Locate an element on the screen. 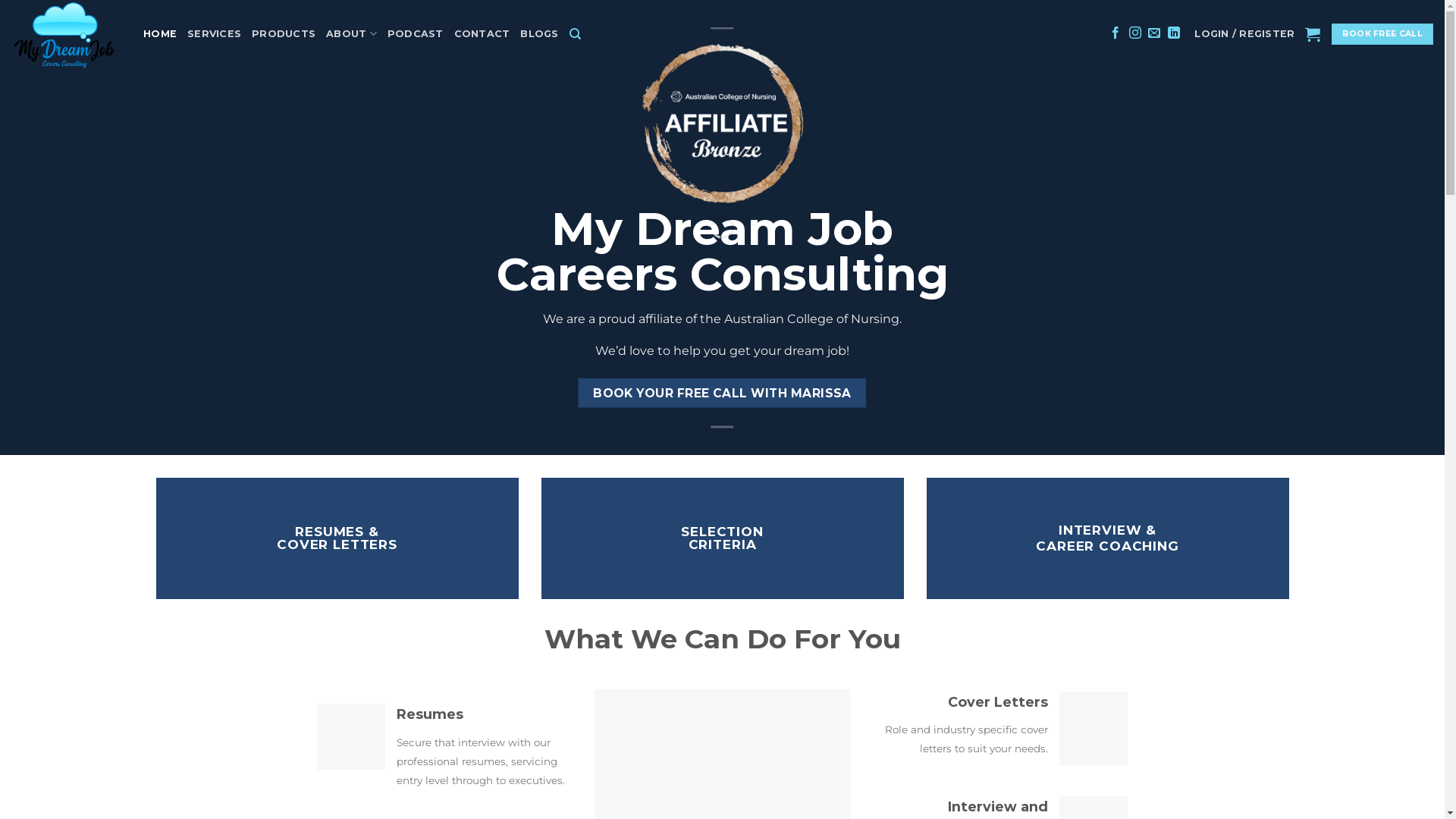 The height and width of the screenshot is (819, 1456). 'Send us an email' is located at coordinates (1153, 33).